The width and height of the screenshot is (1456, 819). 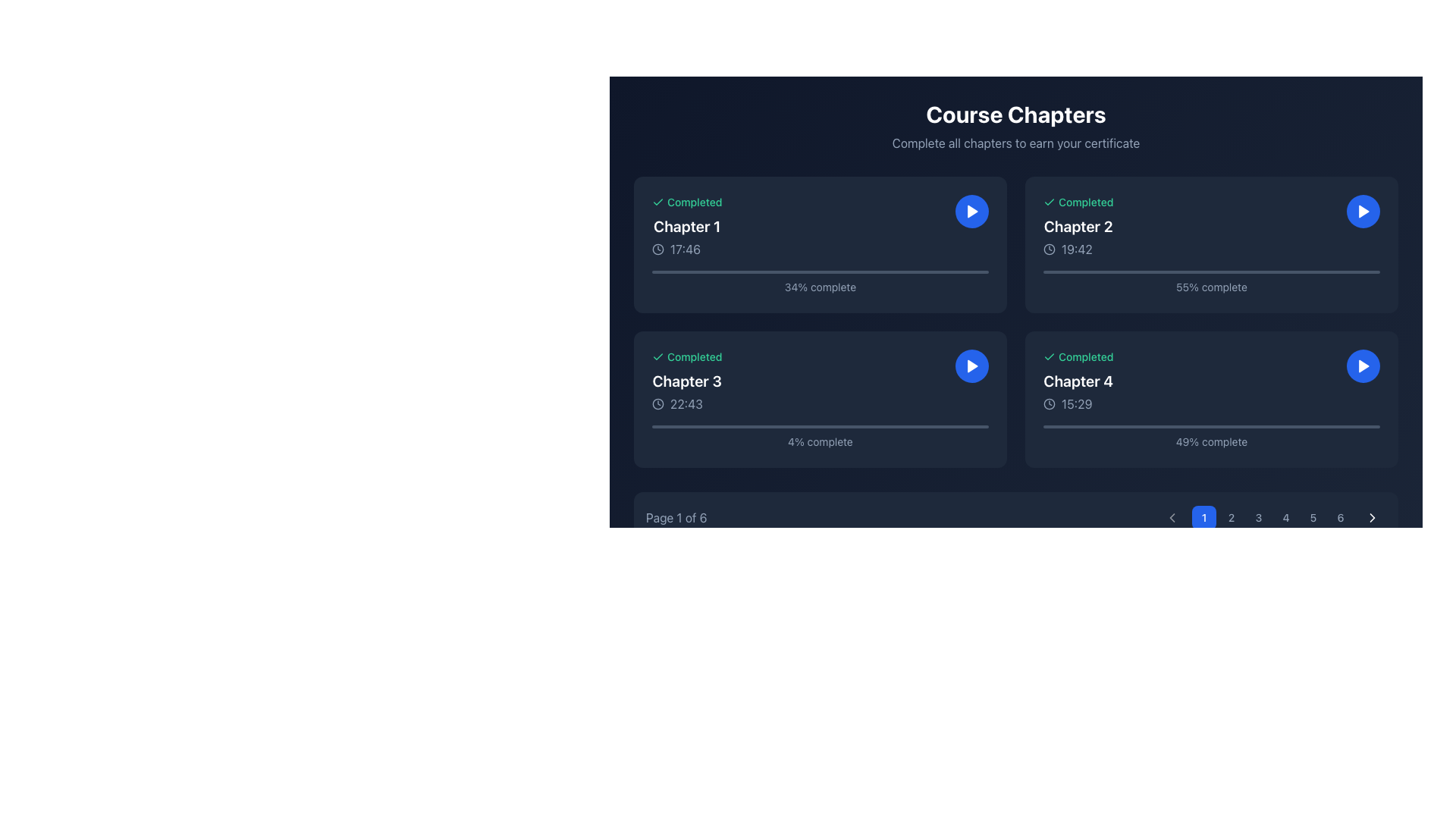 What do you see at coordinates (686, 227) in the screenshot?
I see `the static text element displaying chapter title, completion status, and duration, located in the top left corner of the course chapters section` at bounding box center [686, 227].